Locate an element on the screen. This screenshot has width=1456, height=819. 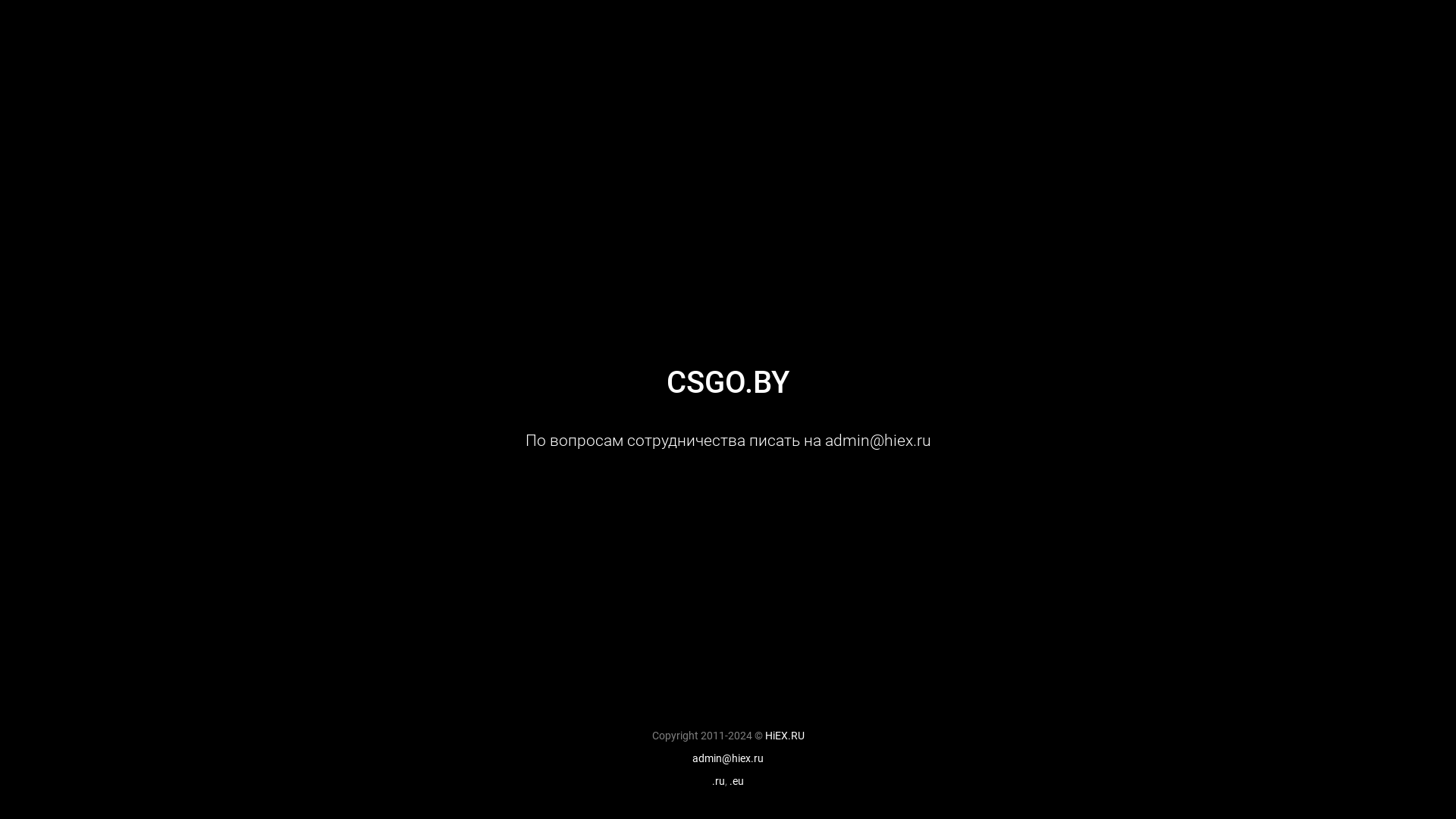
'.ru' is located at coordinates (717, 780).